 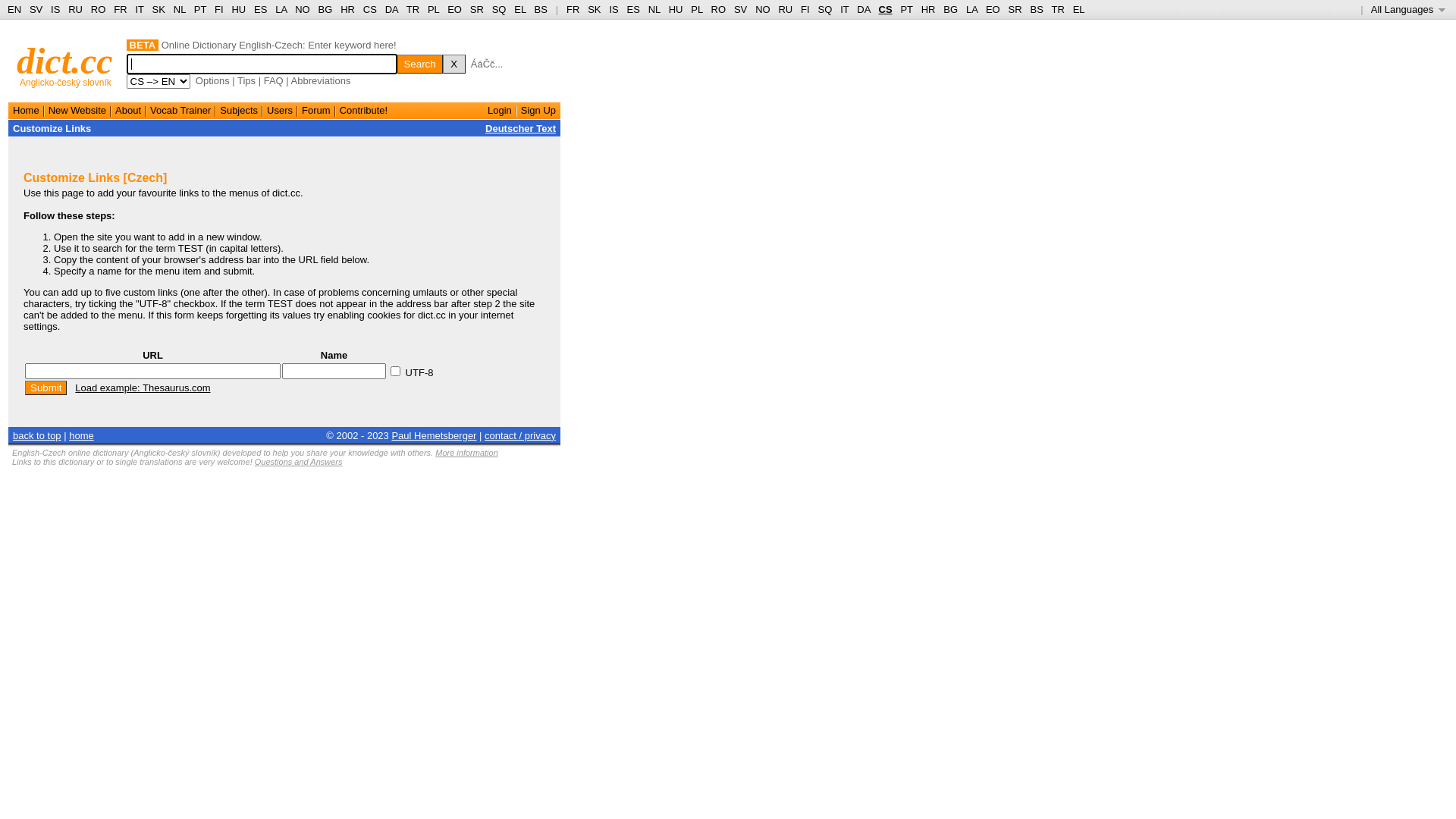 I want to click on 'IS', so click(x=55, y=9).